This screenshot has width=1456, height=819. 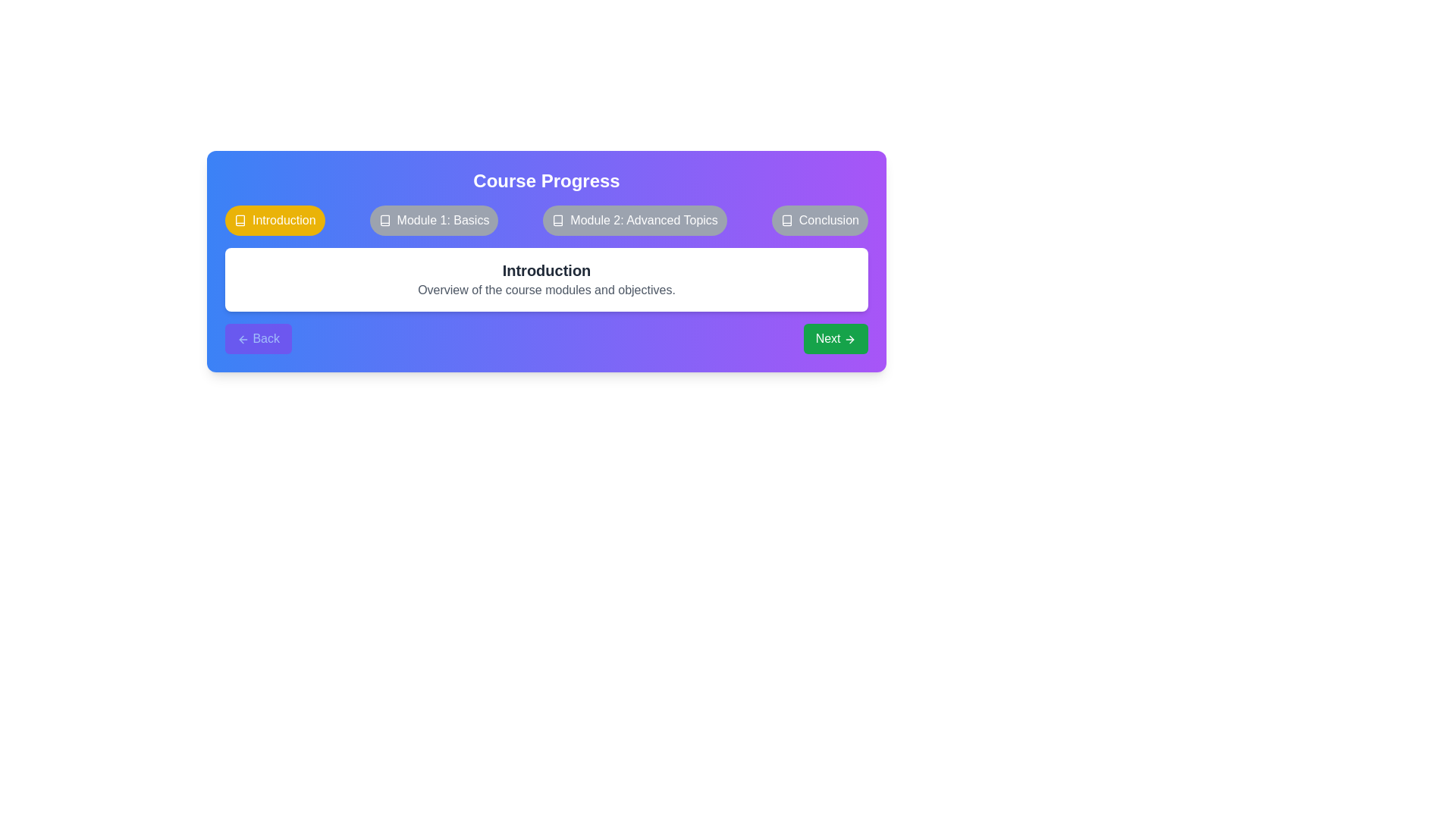 I want to click on the course step Introduction by clicking on its associated button, so click(x=275, y=220).